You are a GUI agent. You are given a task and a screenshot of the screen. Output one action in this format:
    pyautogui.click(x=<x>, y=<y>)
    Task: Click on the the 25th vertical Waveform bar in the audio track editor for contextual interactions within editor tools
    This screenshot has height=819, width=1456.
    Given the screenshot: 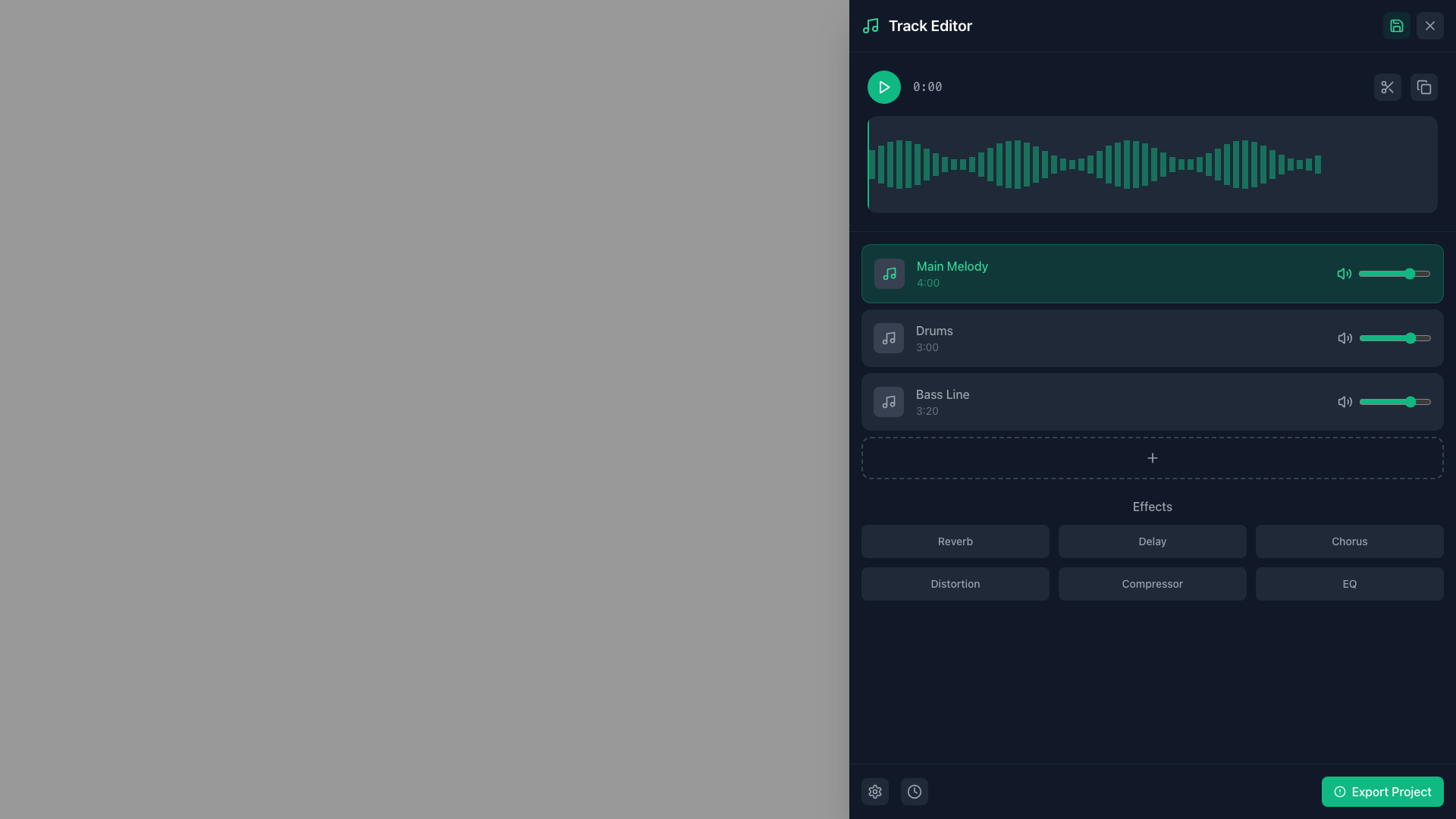 What is the action you would take?
    pyautogui.click(x=1080, y=164)
    